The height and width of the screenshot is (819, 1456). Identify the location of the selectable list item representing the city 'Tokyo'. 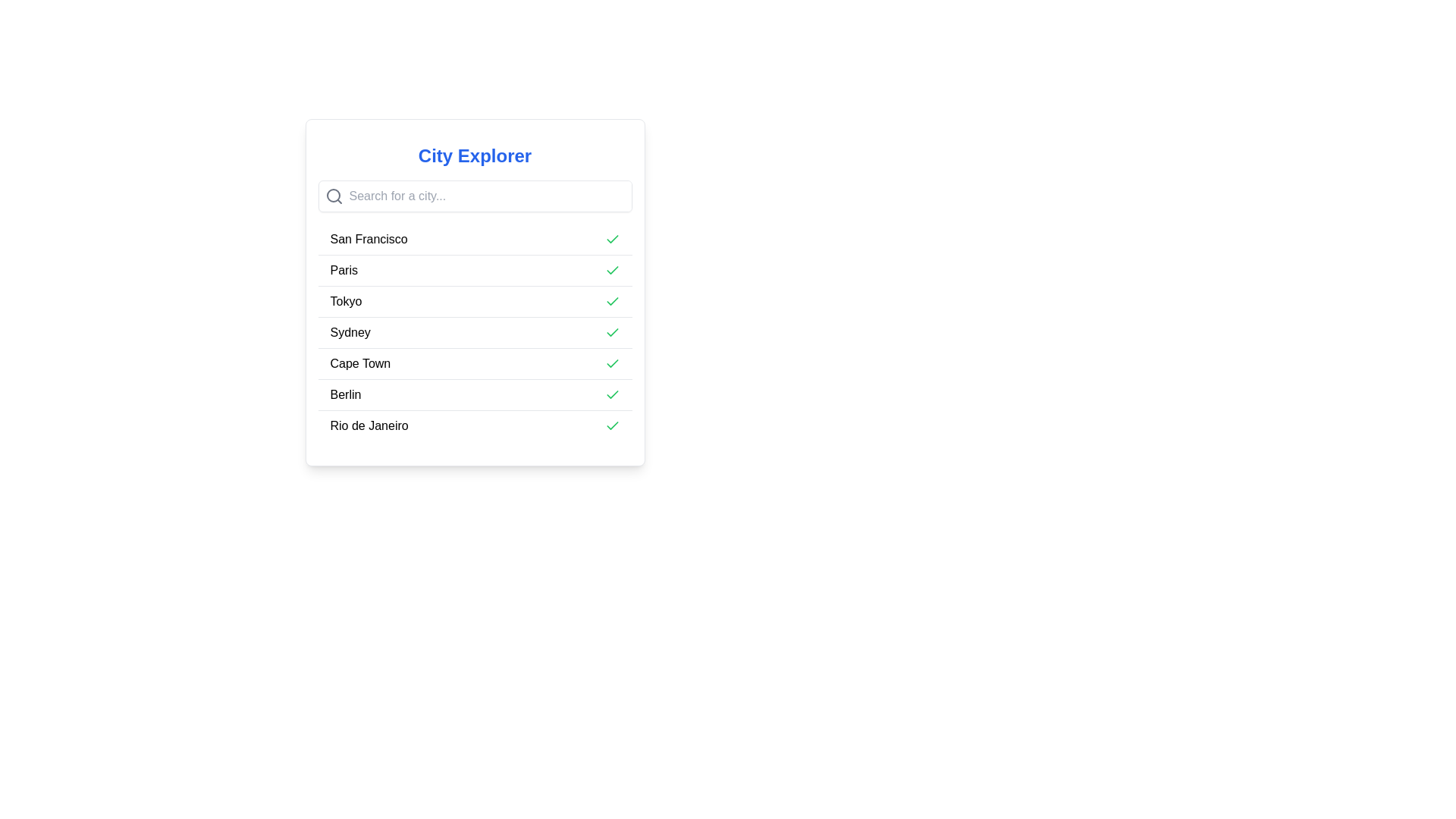
(345, 301).